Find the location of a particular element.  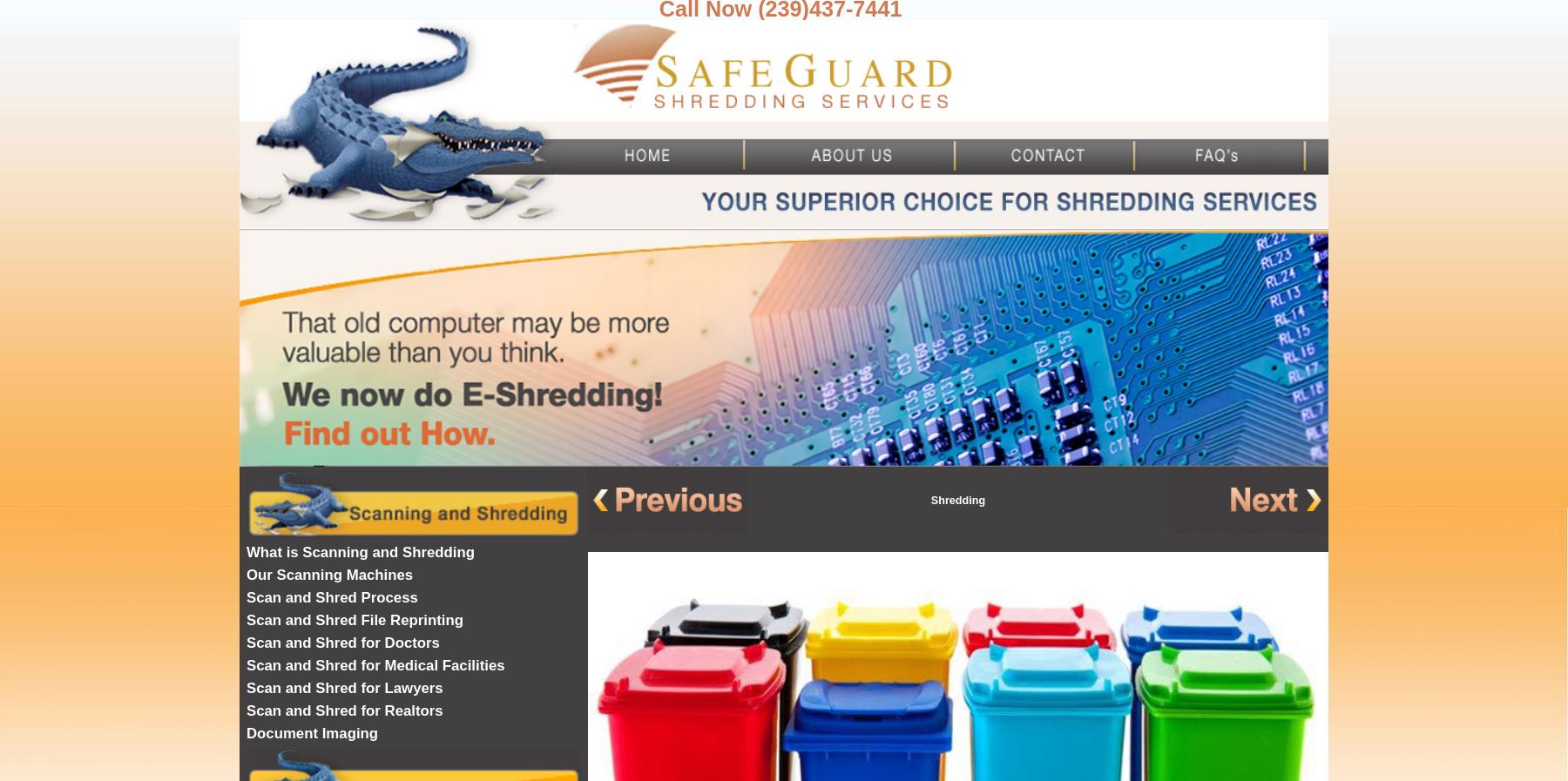

'What is Scanning and Shredding' is located at coordinates (245, 552).